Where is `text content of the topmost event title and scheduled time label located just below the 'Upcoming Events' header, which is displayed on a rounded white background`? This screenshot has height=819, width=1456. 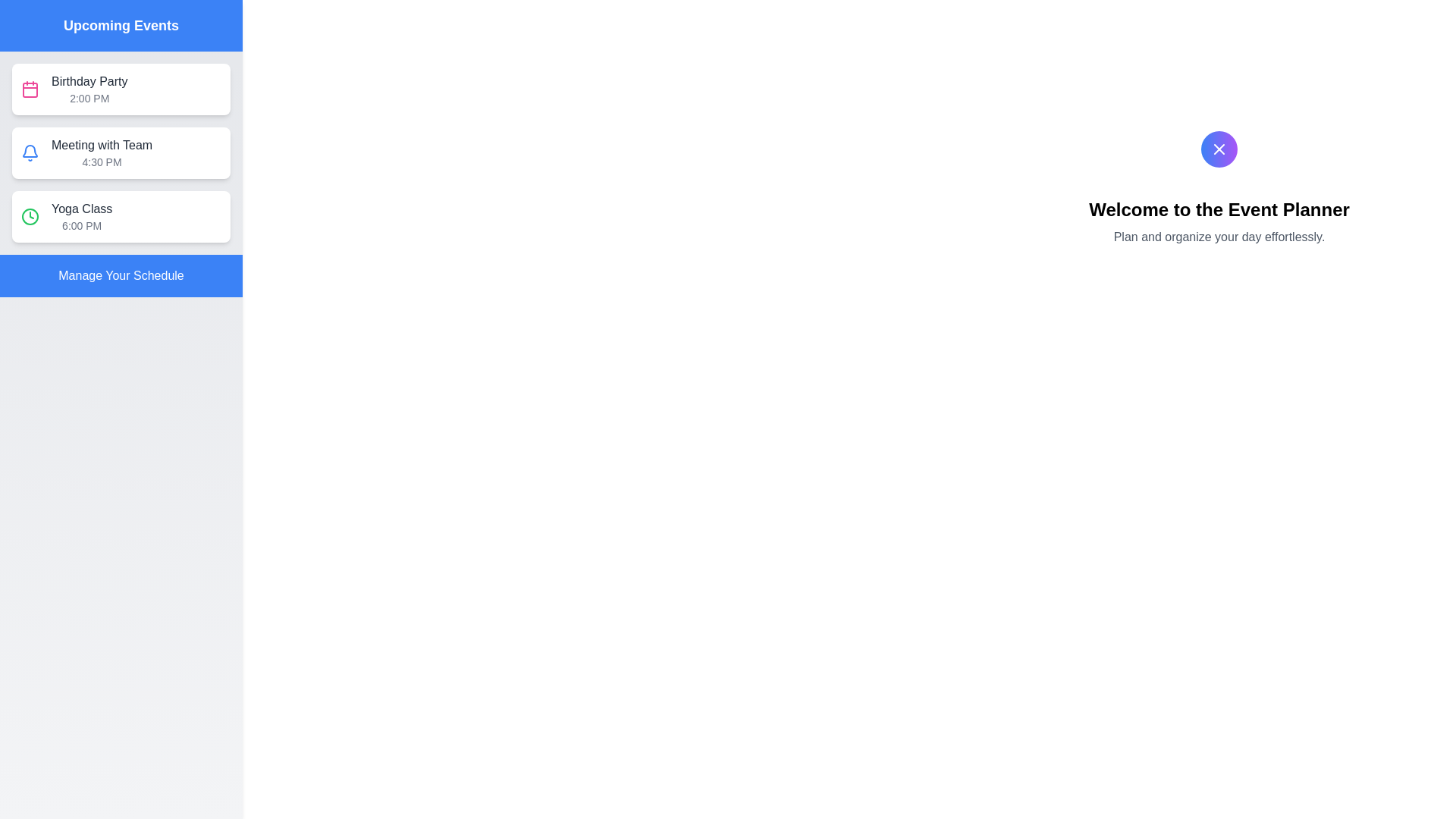 text content of the topmost event title and scheduled time label located just below the 'Upcoming Events' header, which is displayed on a rounded white background is located at coordinates (89, 89).